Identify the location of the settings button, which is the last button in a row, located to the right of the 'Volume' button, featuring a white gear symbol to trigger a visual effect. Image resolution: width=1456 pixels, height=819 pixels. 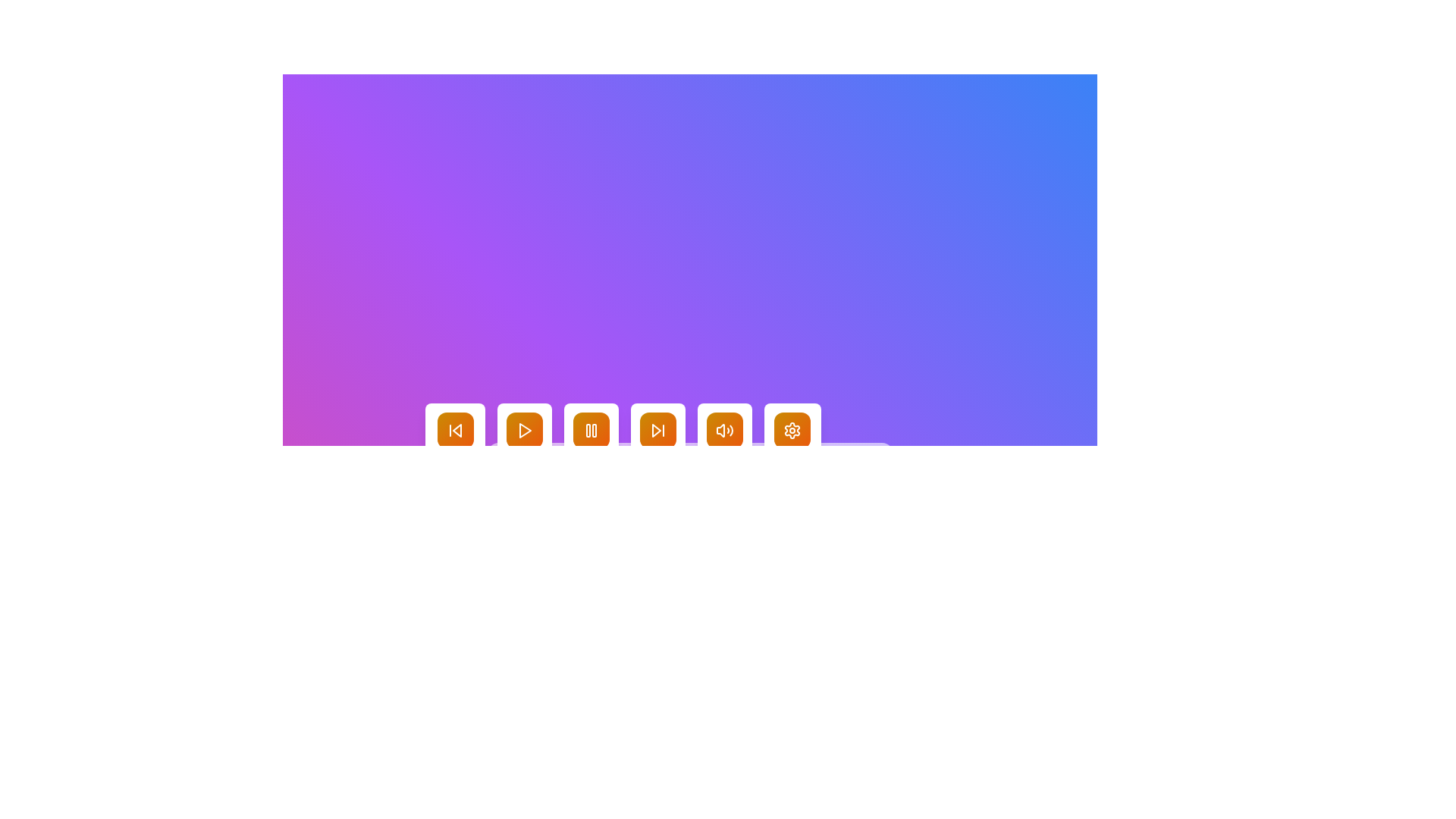
(792, 441).